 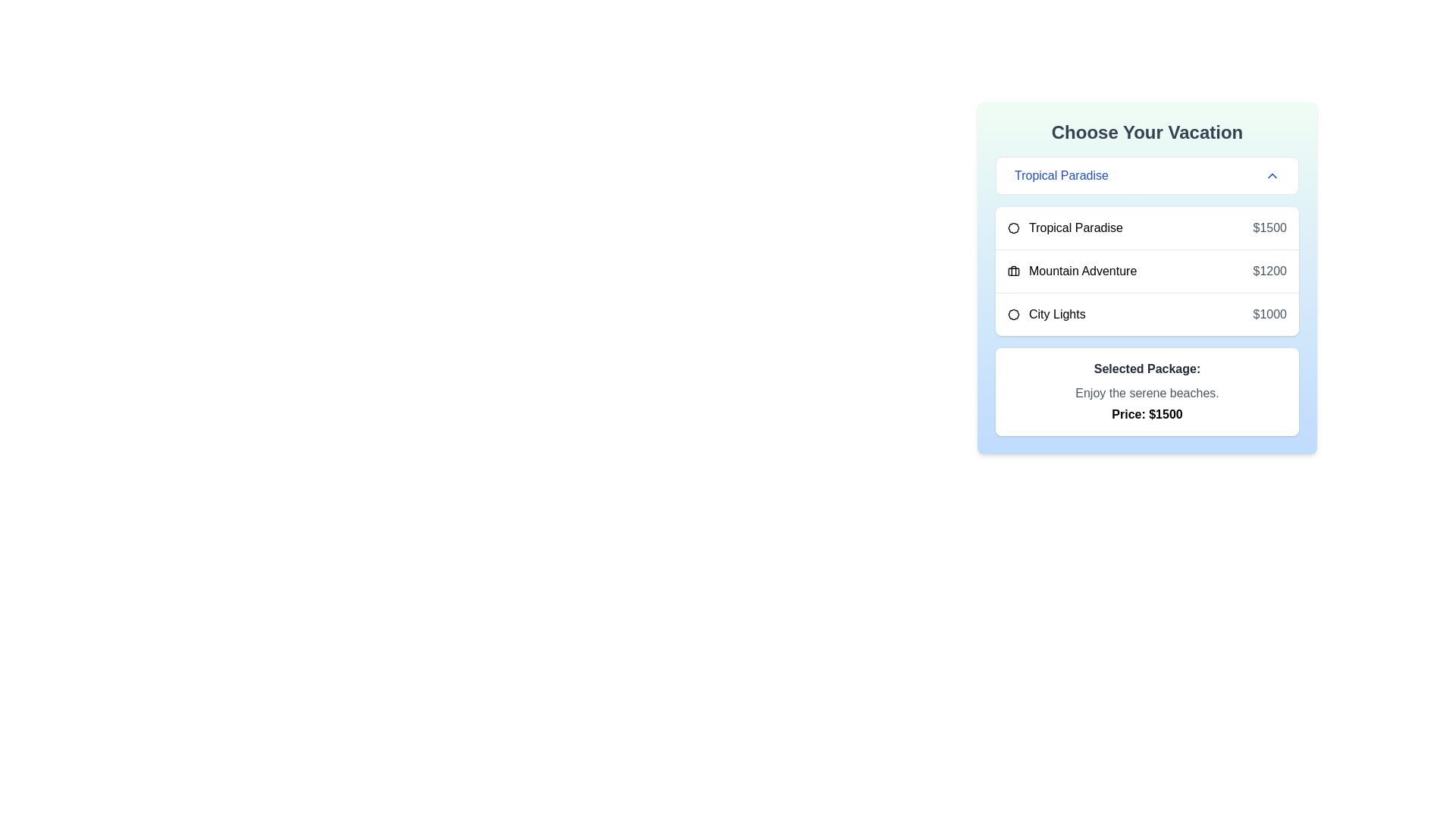 What do you see at coordinates (1147, 393) in the screenshot?
I see `the text block that provides supplementary details about the selected vacation package, positioned between 'Selected Package:' and 'Price: $1500'` at bounding box center [1147, 393].